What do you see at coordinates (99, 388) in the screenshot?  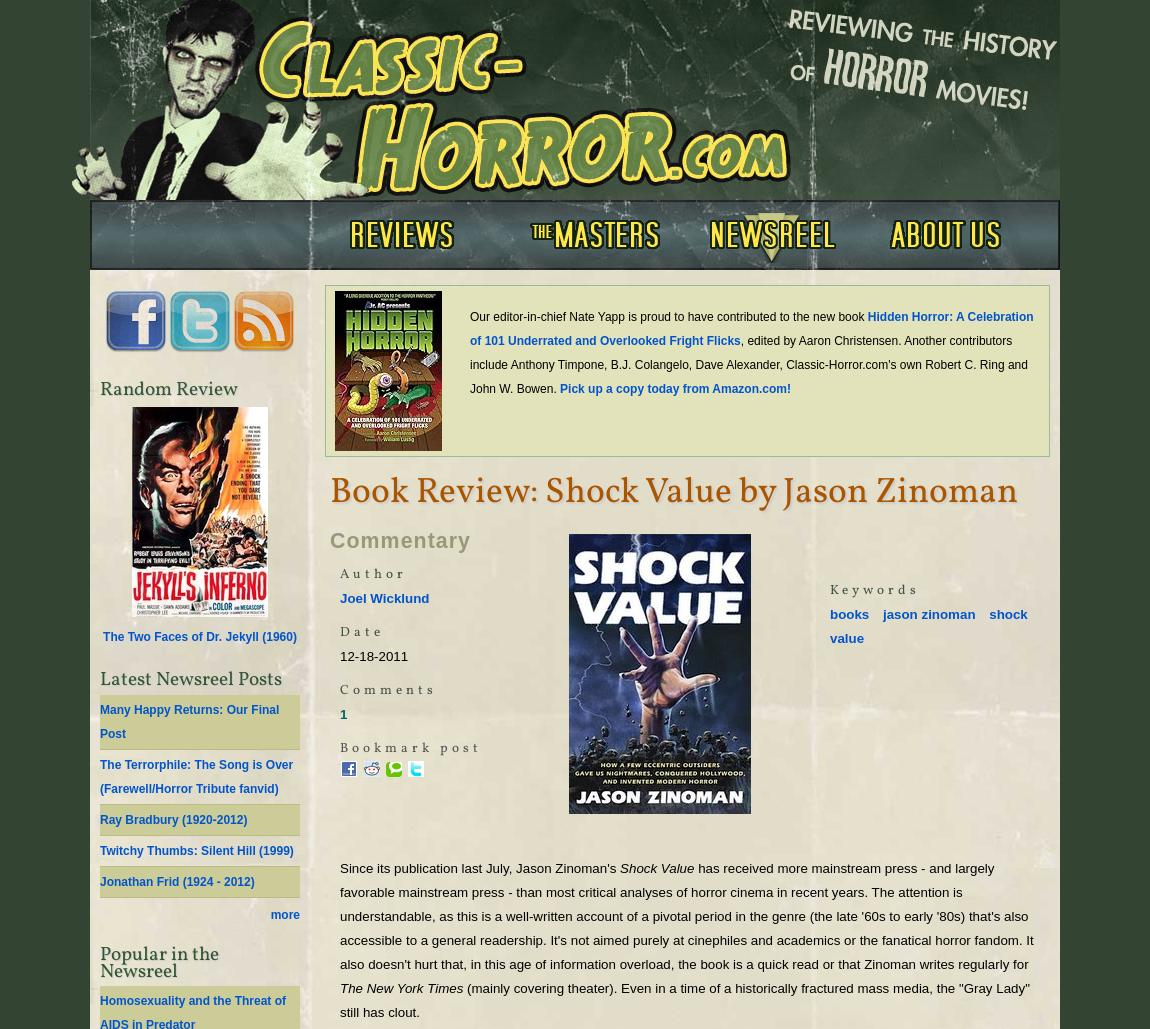 I see `'Random Review'` at bounding box center [99, 388].